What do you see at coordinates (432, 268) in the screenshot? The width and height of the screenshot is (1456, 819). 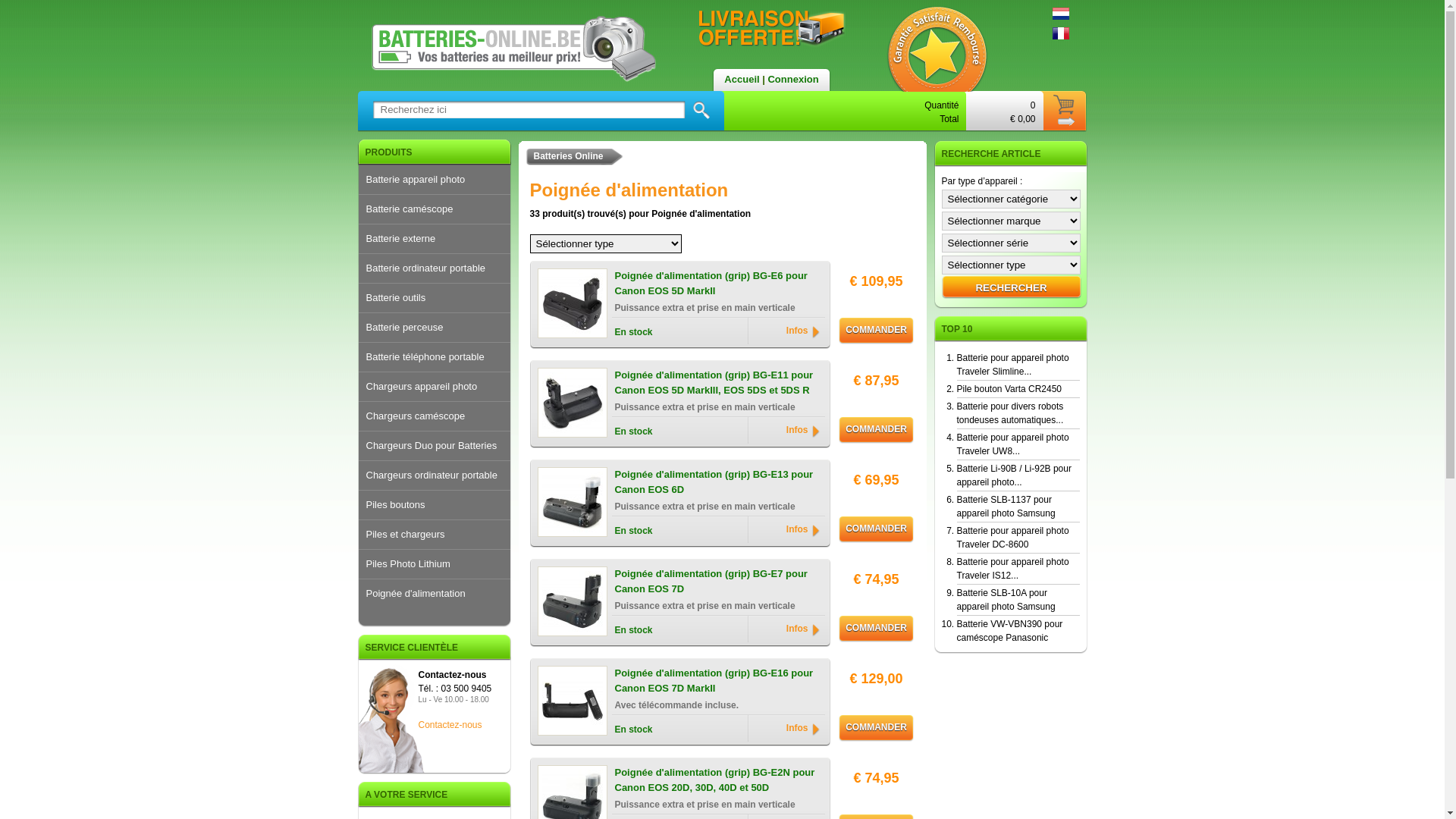 I see `'Batterie ordinateur portable'` at bounding box center [432, 268].